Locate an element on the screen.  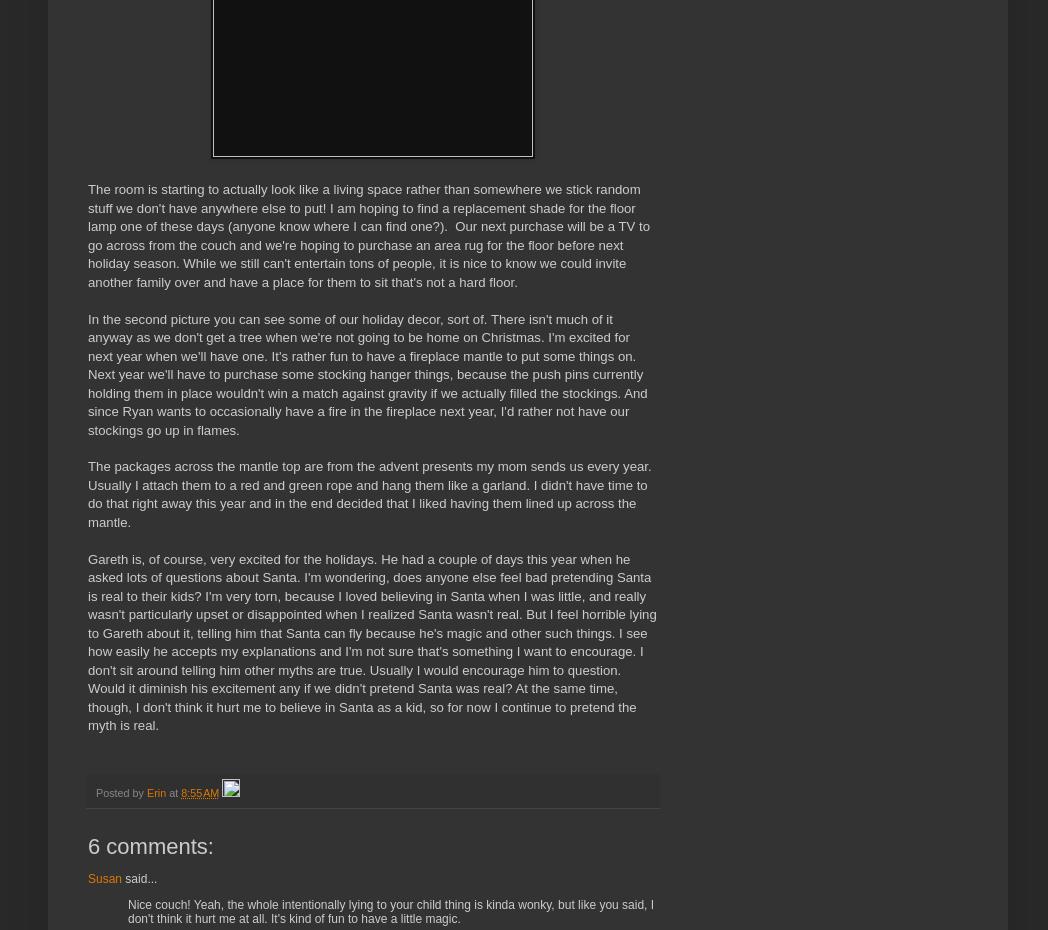
'The room is starting to actually look like a living space rather than somewhere we stick random stuff we don't have anywhere else to put! I am hoping to find a replacement shade for the floor lamp one of these days (anyone know where I can find one?).  Our next purchase will be a TV to go across from the couch and we're hoping to purchase an area rug for the floor before next holiday season. While we still can't entertain tons of people, it is nice to know we could invite another family over and have a place for them to sit that's not a hard floor.' is located at coordinates (368, 235).